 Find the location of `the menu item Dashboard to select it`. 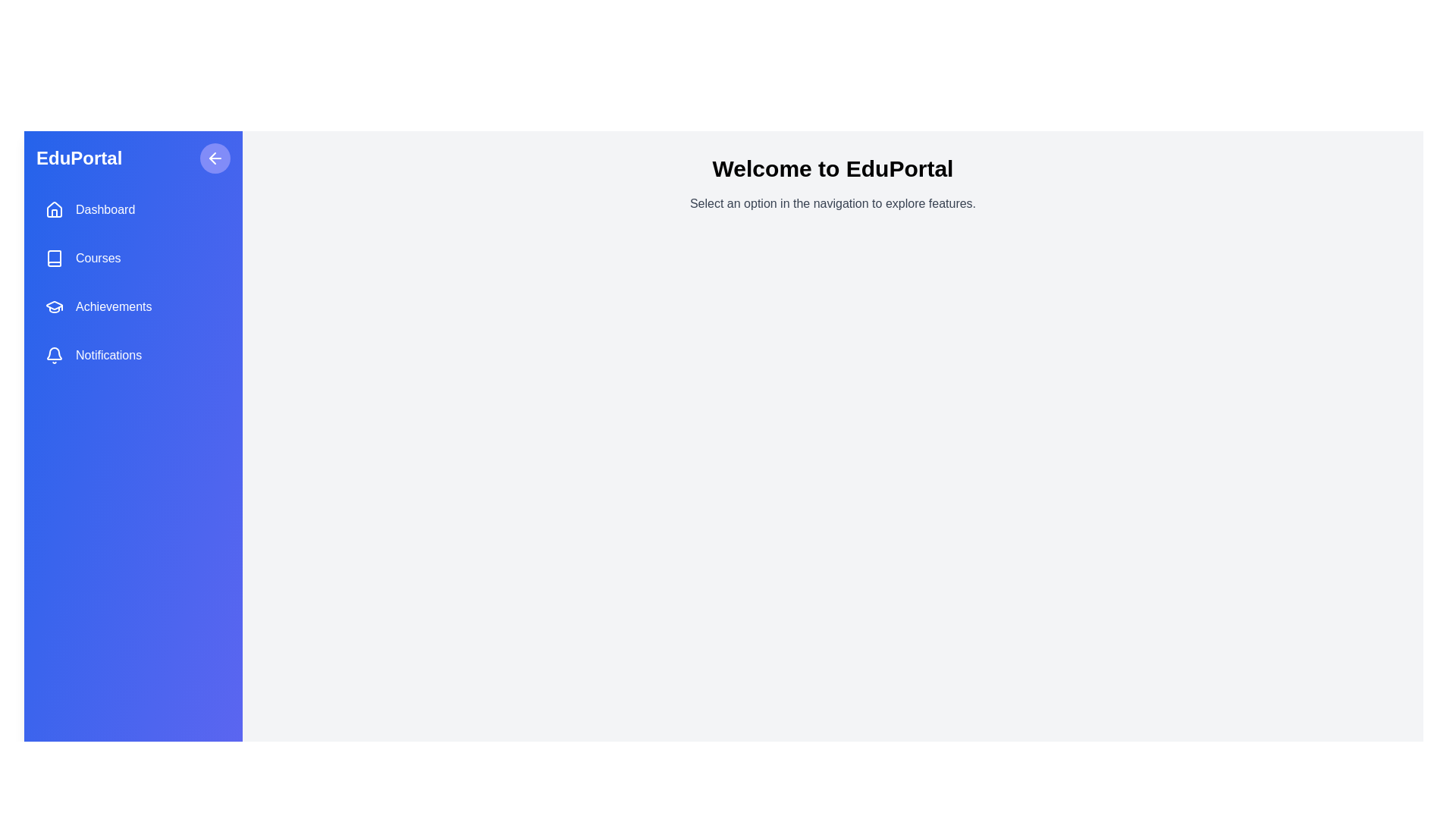

the menu item Dashboard to select it is located at coordinates (133, 210).